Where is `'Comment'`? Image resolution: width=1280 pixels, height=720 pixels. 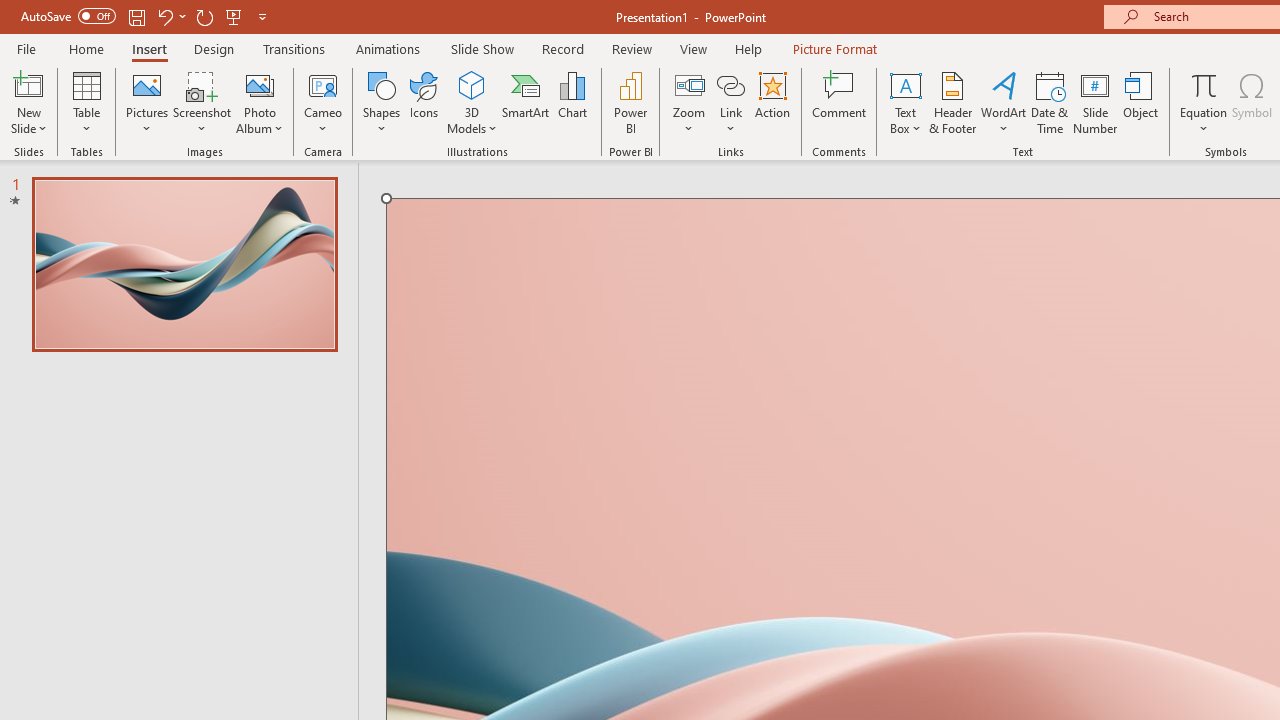
'Comment' is located at coordinates (839, 103).